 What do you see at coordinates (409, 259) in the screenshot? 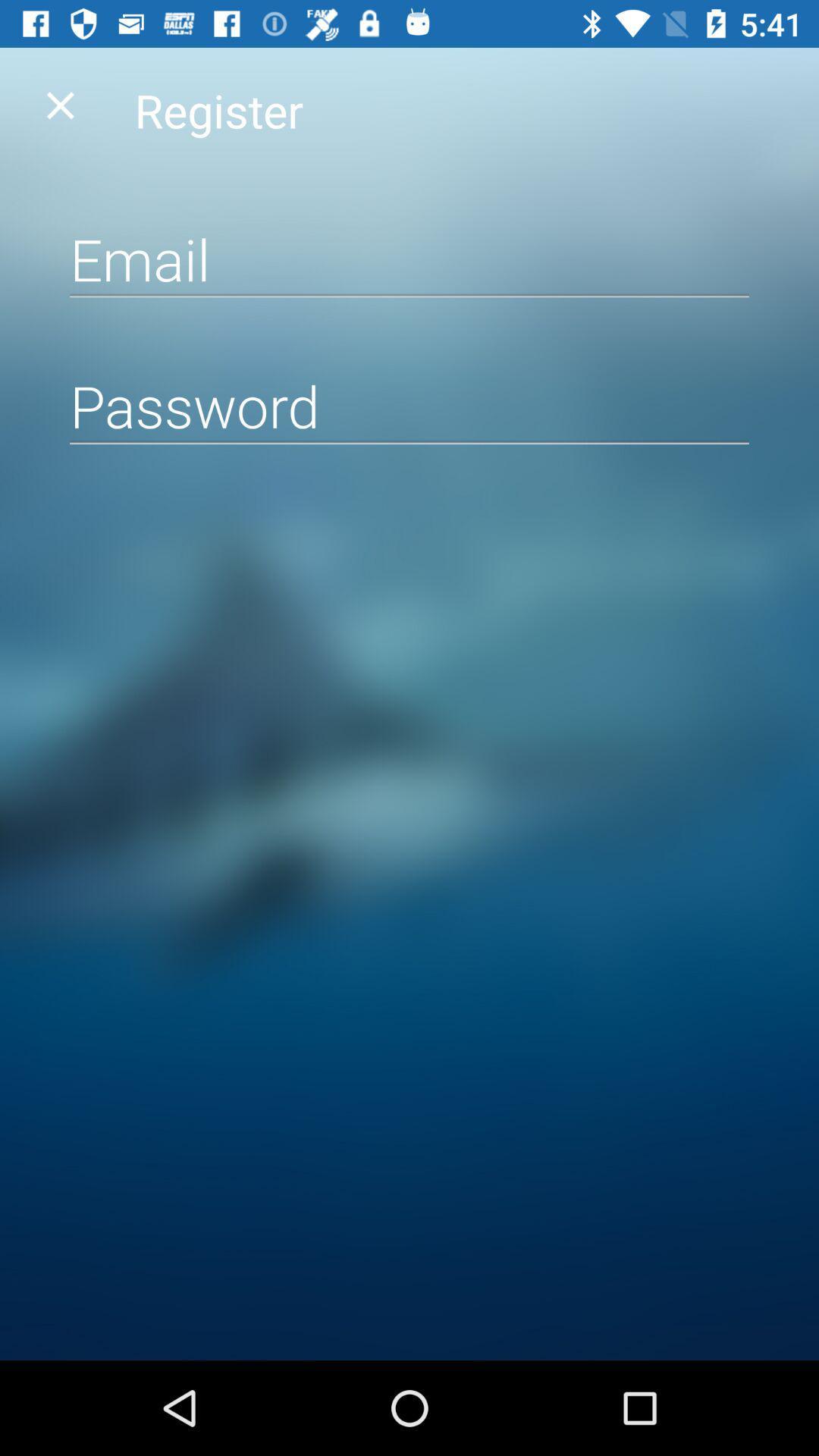
I see `the item below the register icon` at bounding box center [409, 259].